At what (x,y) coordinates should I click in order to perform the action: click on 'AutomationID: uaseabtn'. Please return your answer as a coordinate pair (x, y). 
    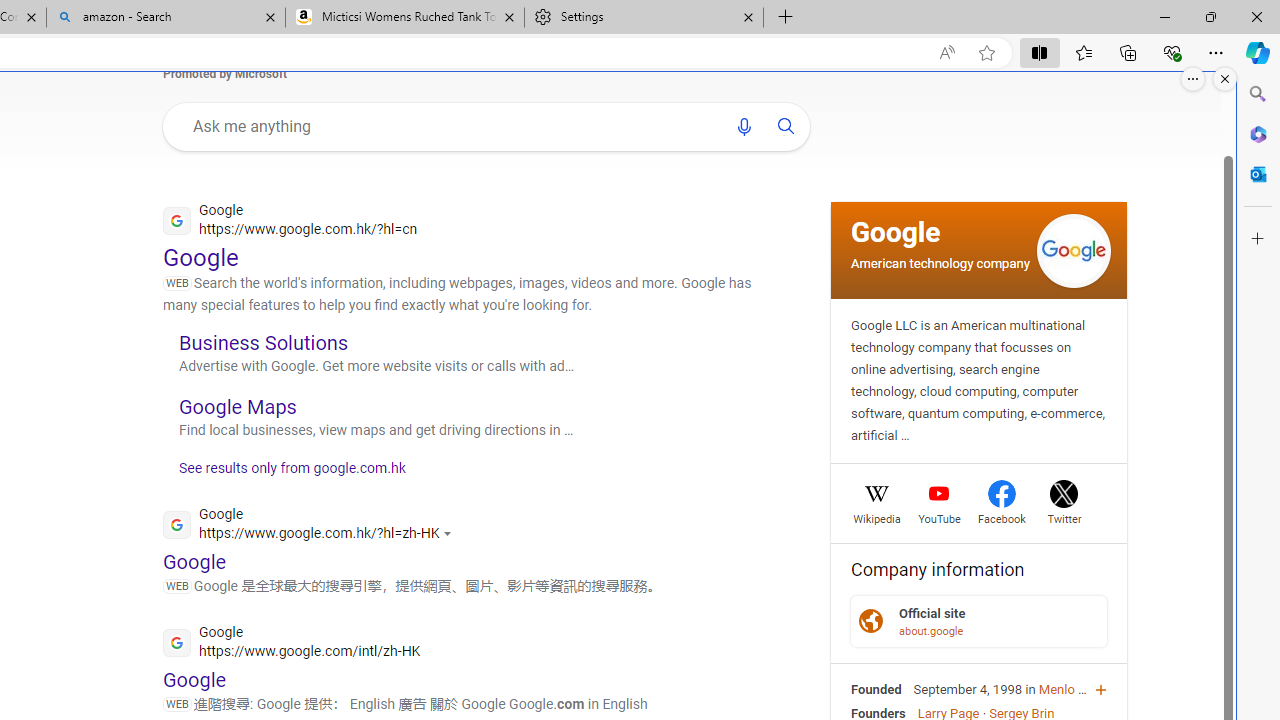
    Looking at the image, I should click on (786, 126).